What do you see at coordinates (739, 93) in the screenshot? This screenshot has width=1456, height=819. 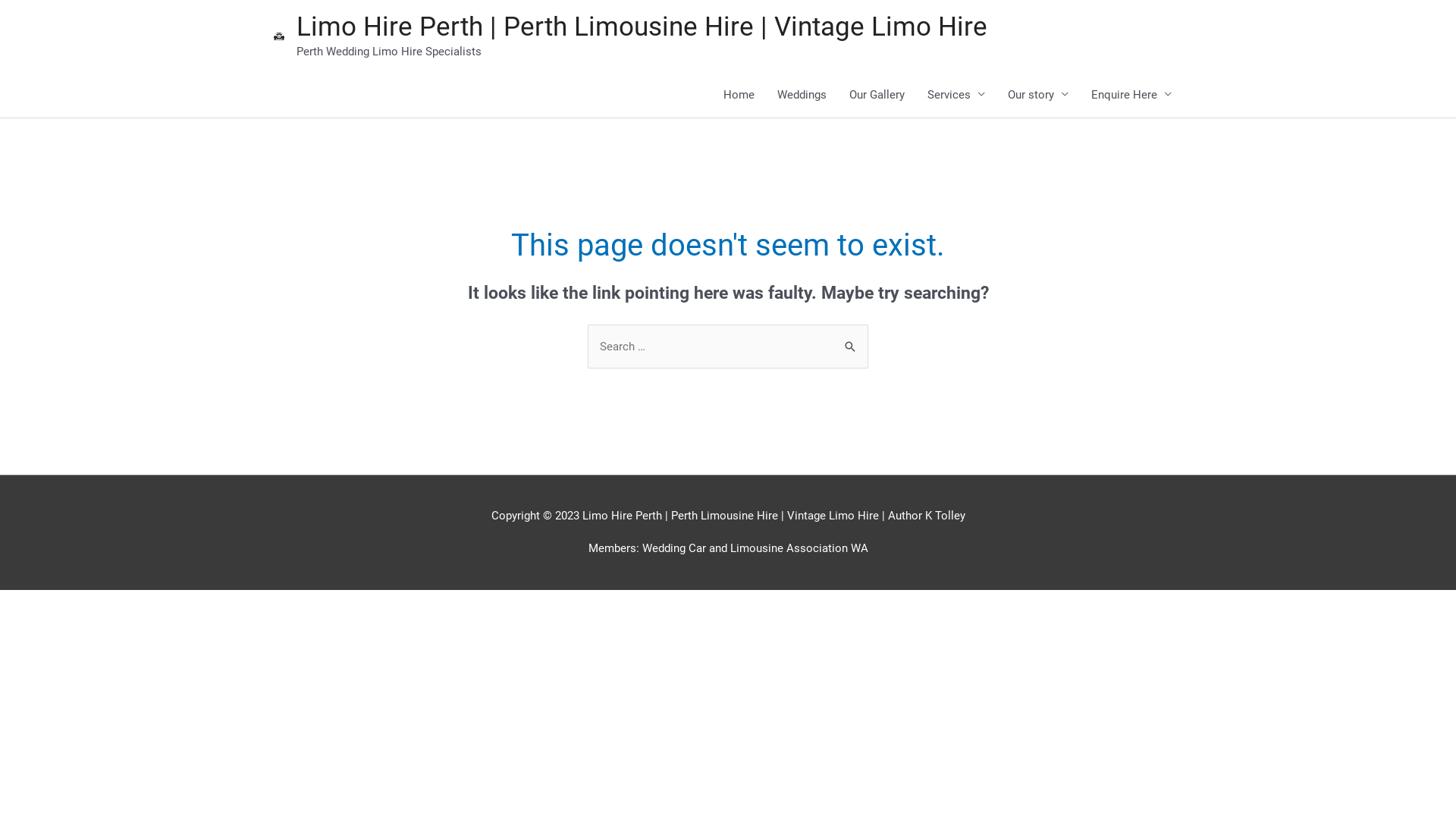 I see `'Home'` at bounding box center [739, 93].